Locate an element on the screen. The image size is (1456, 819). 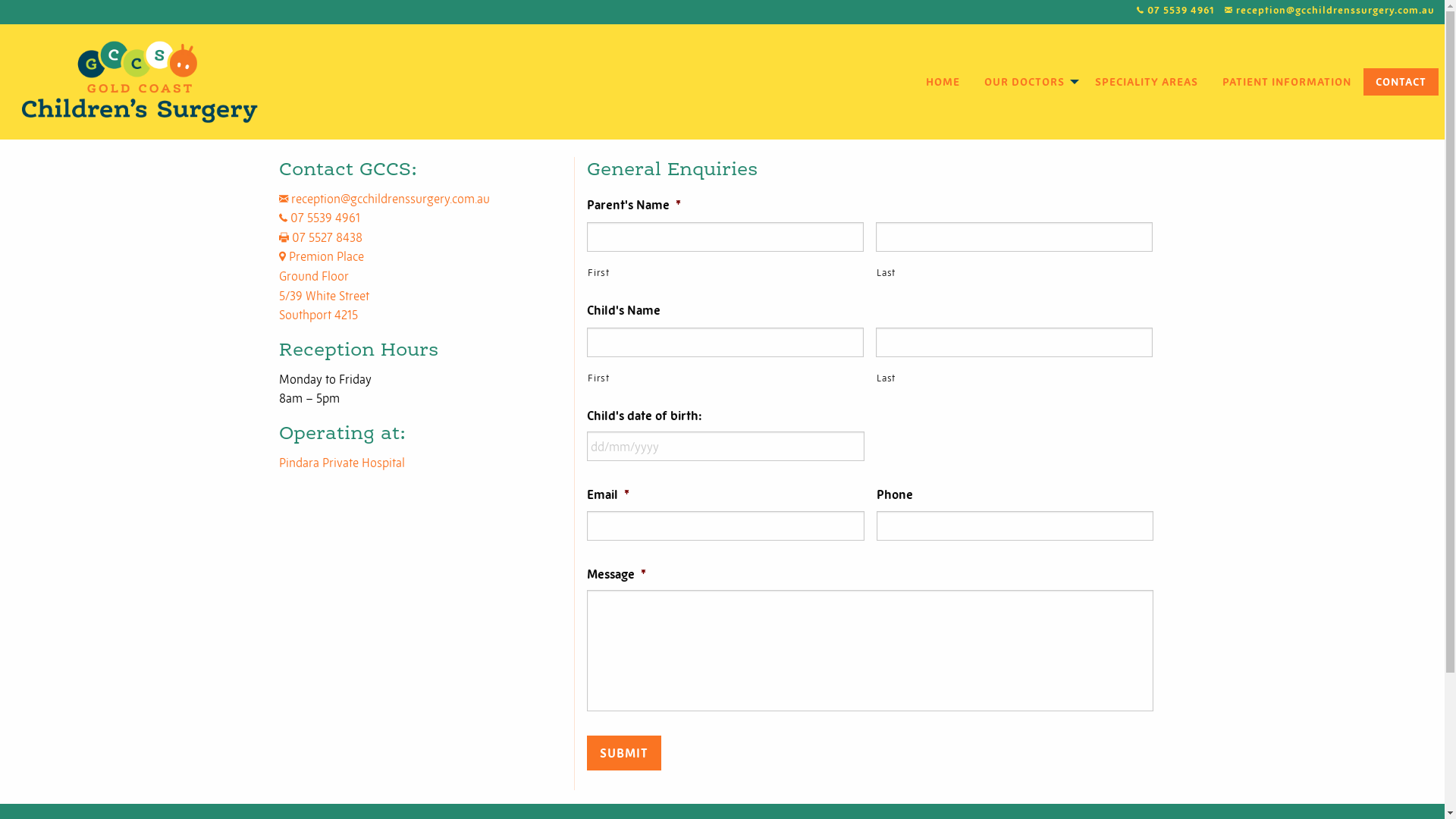
'Premion Place is located at coordinates (323, 285).